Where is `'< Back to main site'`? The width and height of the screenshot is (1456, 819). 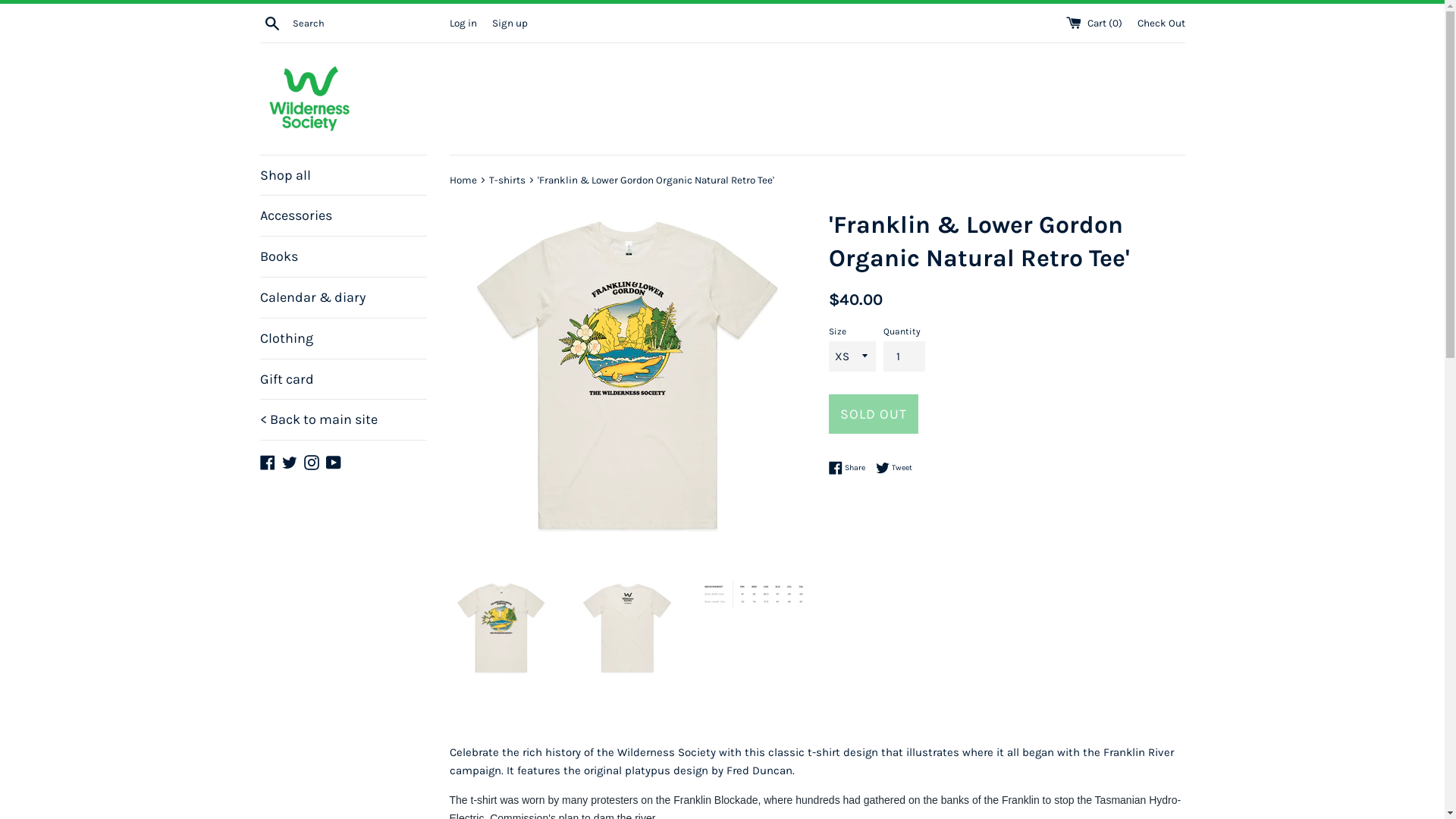
'< Back to main site' is located at coordinates (341, 419).